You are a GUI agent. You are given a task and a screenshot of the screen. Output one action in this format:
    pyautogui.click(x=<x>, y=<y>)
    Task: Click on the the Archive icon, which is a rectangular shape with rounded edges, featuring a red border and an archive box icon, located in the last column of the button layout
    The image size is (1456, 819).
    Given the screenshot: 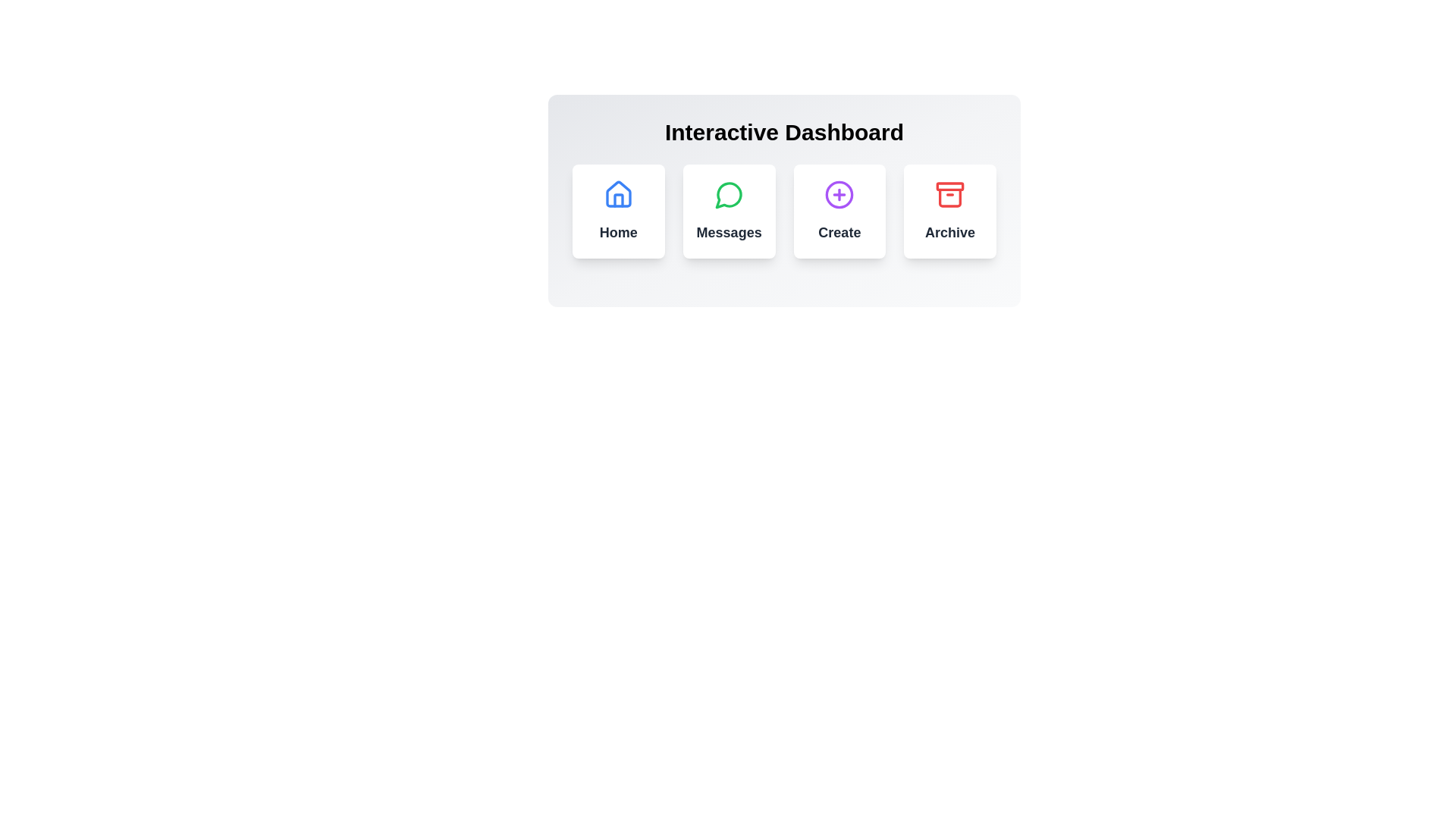 What is the action you would take?
    pyautogui.click(x=949, y=197)
    